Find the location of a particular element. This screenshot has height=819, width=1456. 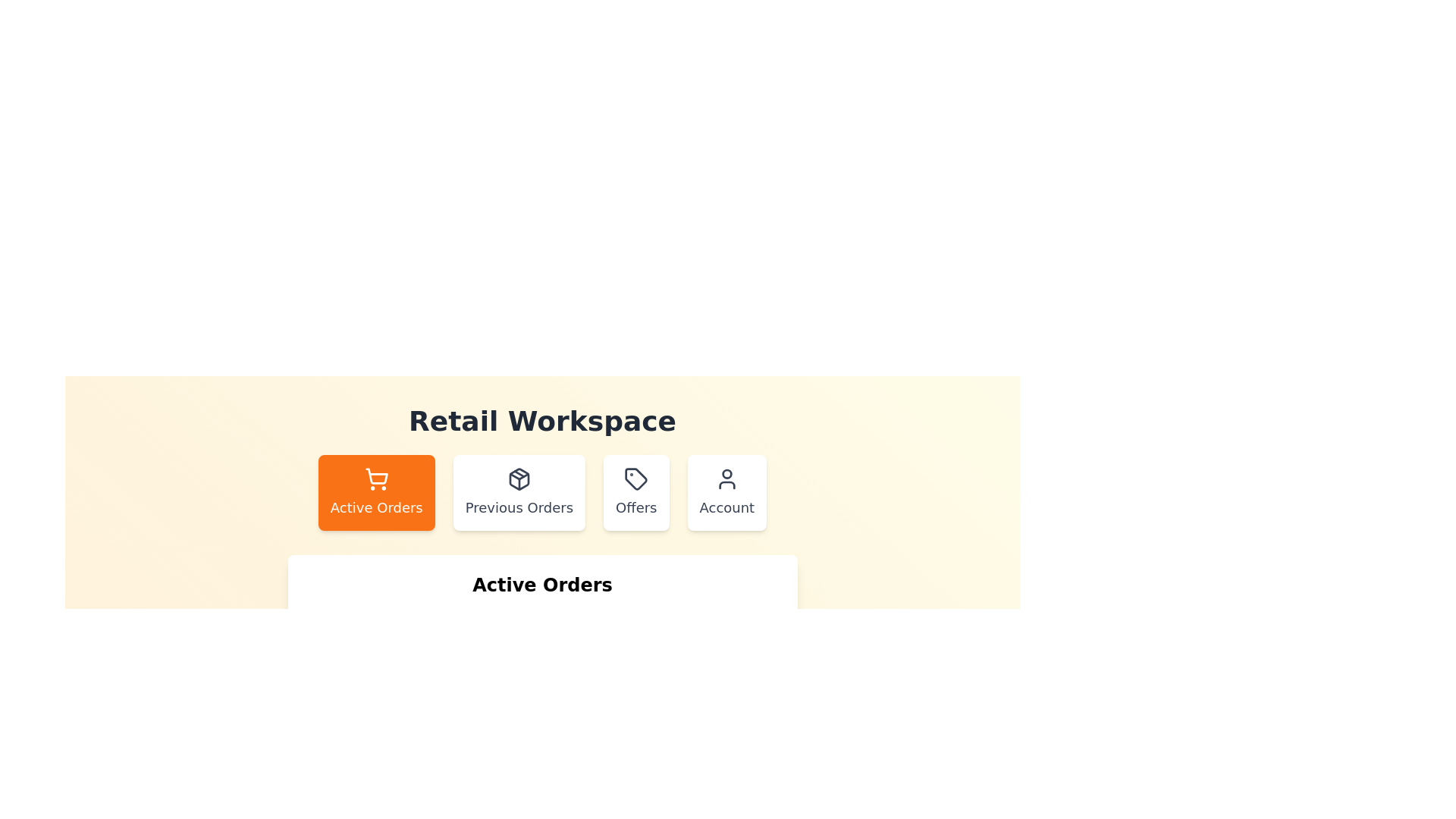

the Offers tab to switch to it is located at coordinates (636, 493).